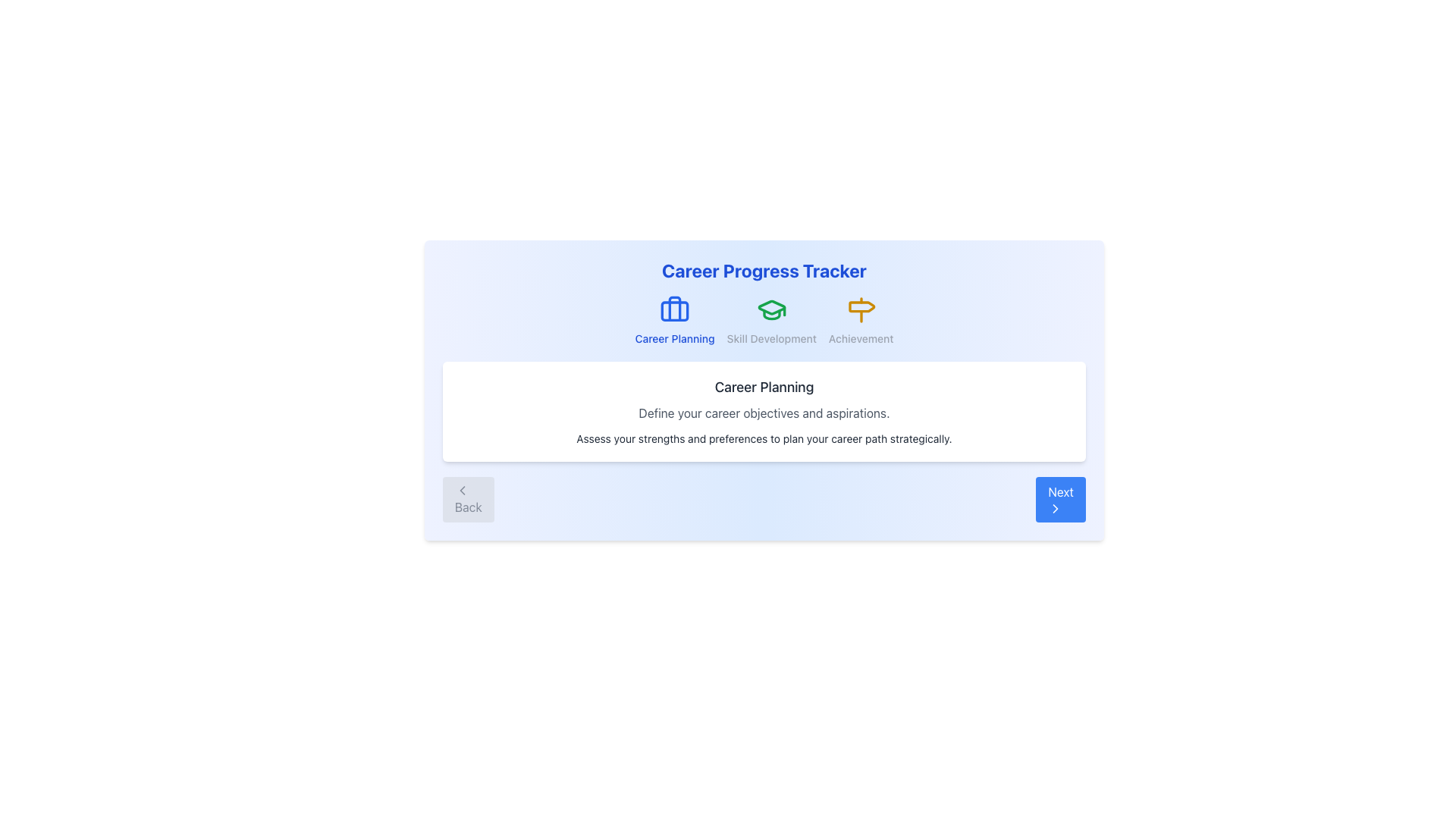  What do you see at coordinates (771, 309) in the screenshot?
I see `the graduation cap icon, which is outlined in green and located above the 'Skill Development' label in the second item of the horizontal menu` at bounding box center [771, 309].